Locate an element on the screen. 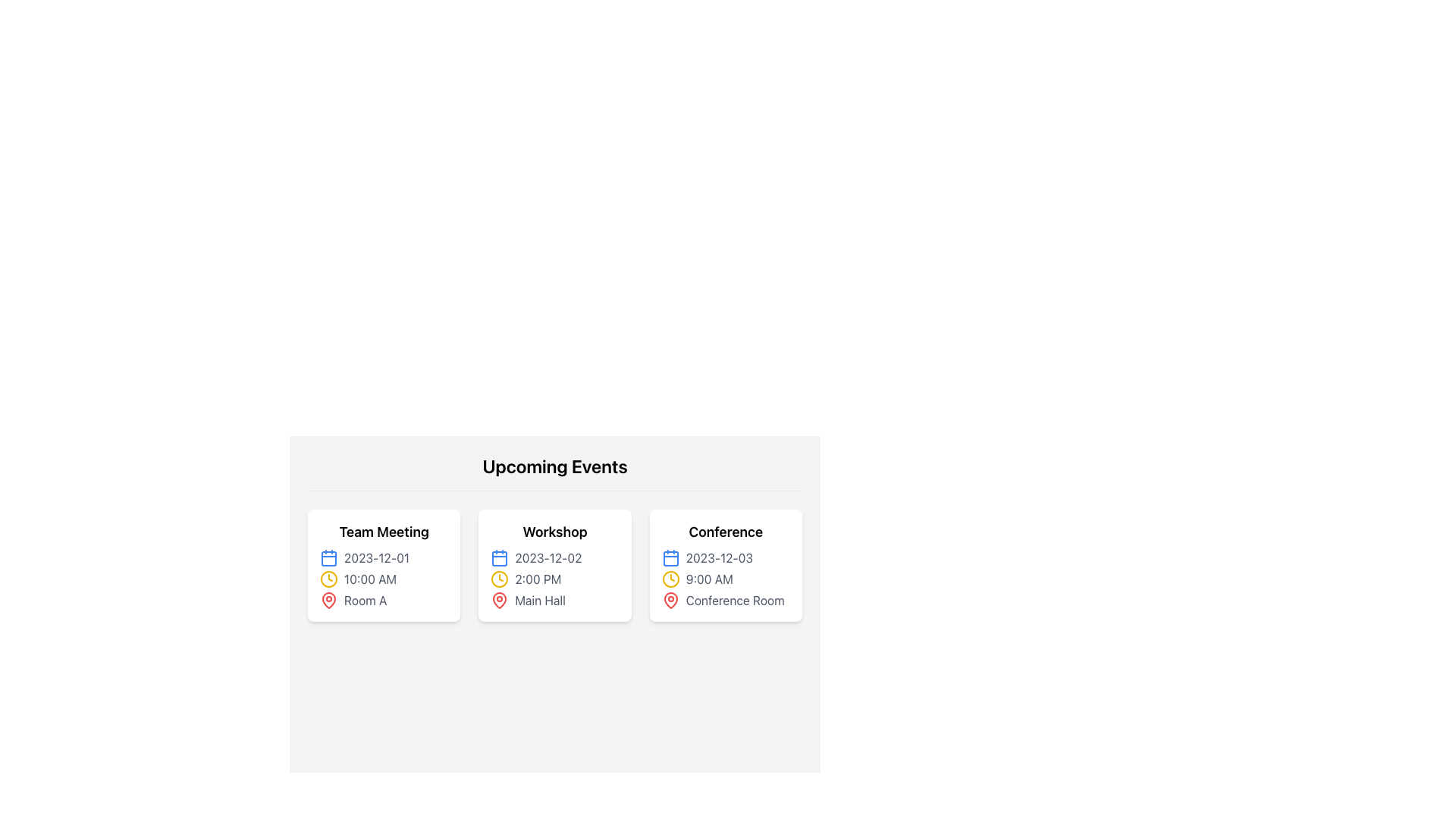 This screenshot has width=1456, height=819. the red pin icon located to the left of the 'Main Hall' label within the 'Workshop' card in the 'Upcoming Events' section is located at coordinates (500, 599).